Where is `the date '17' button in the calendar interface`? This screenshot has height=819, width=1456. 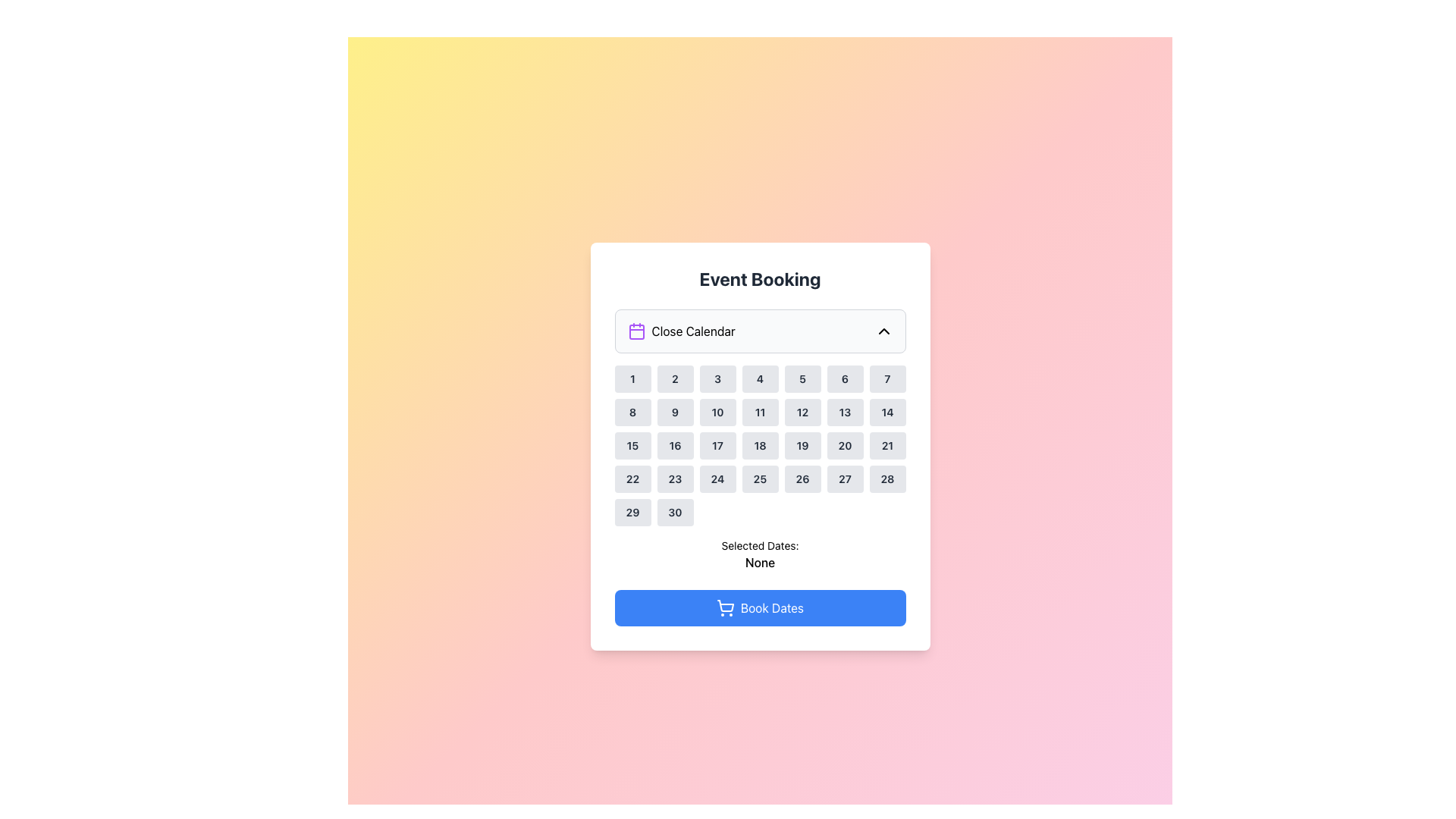 the date '17' button in the calendar interface is located at coordinates (717, 444).